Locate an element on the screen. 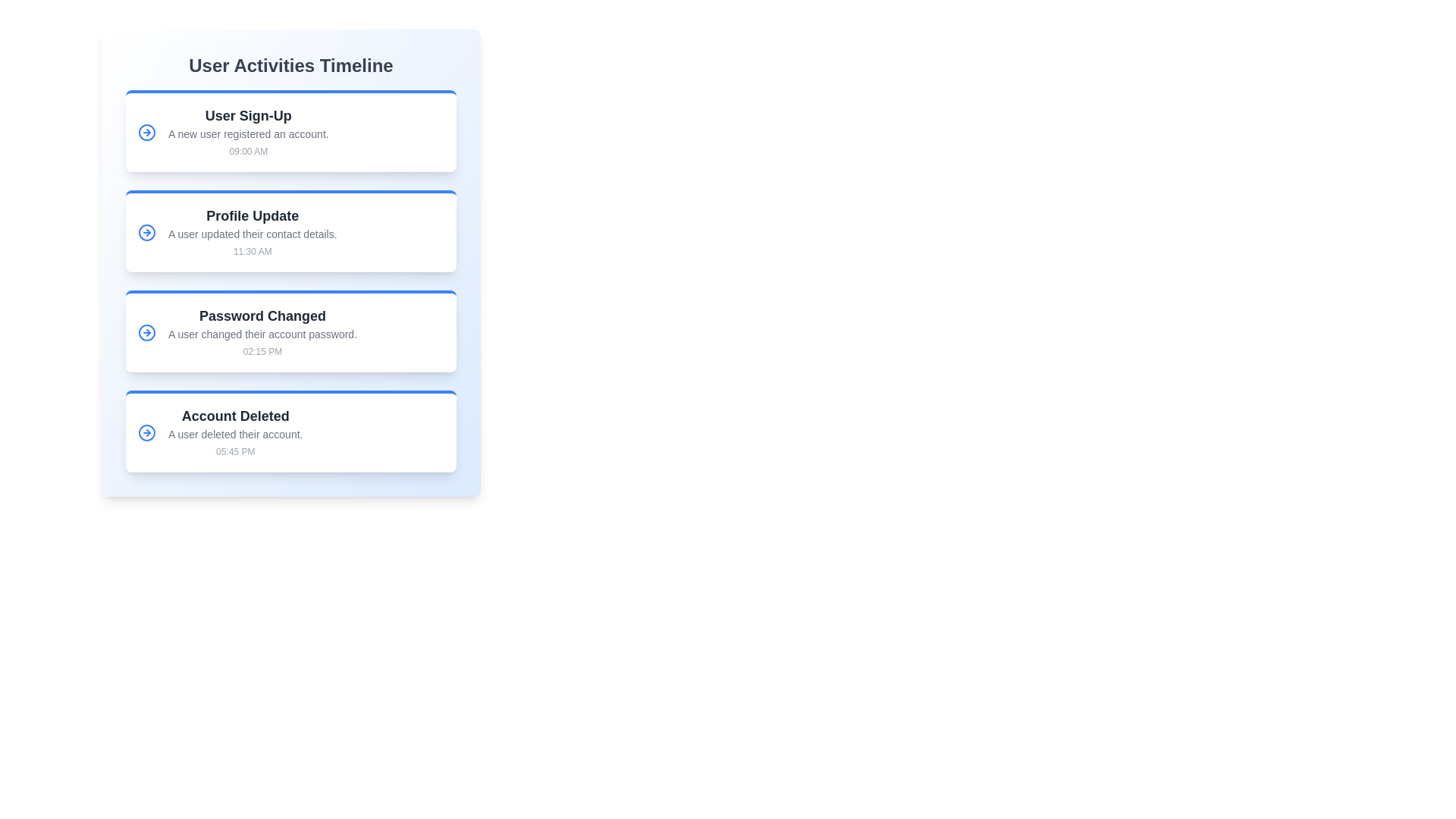 The width and height of the screenshot is (1456, 819). the static text element that displays 'A user updated their contact details.', which is positioned between the header 'Profile Update' and the timestamp '11:30 AM' is located at coordinates (253, 234).